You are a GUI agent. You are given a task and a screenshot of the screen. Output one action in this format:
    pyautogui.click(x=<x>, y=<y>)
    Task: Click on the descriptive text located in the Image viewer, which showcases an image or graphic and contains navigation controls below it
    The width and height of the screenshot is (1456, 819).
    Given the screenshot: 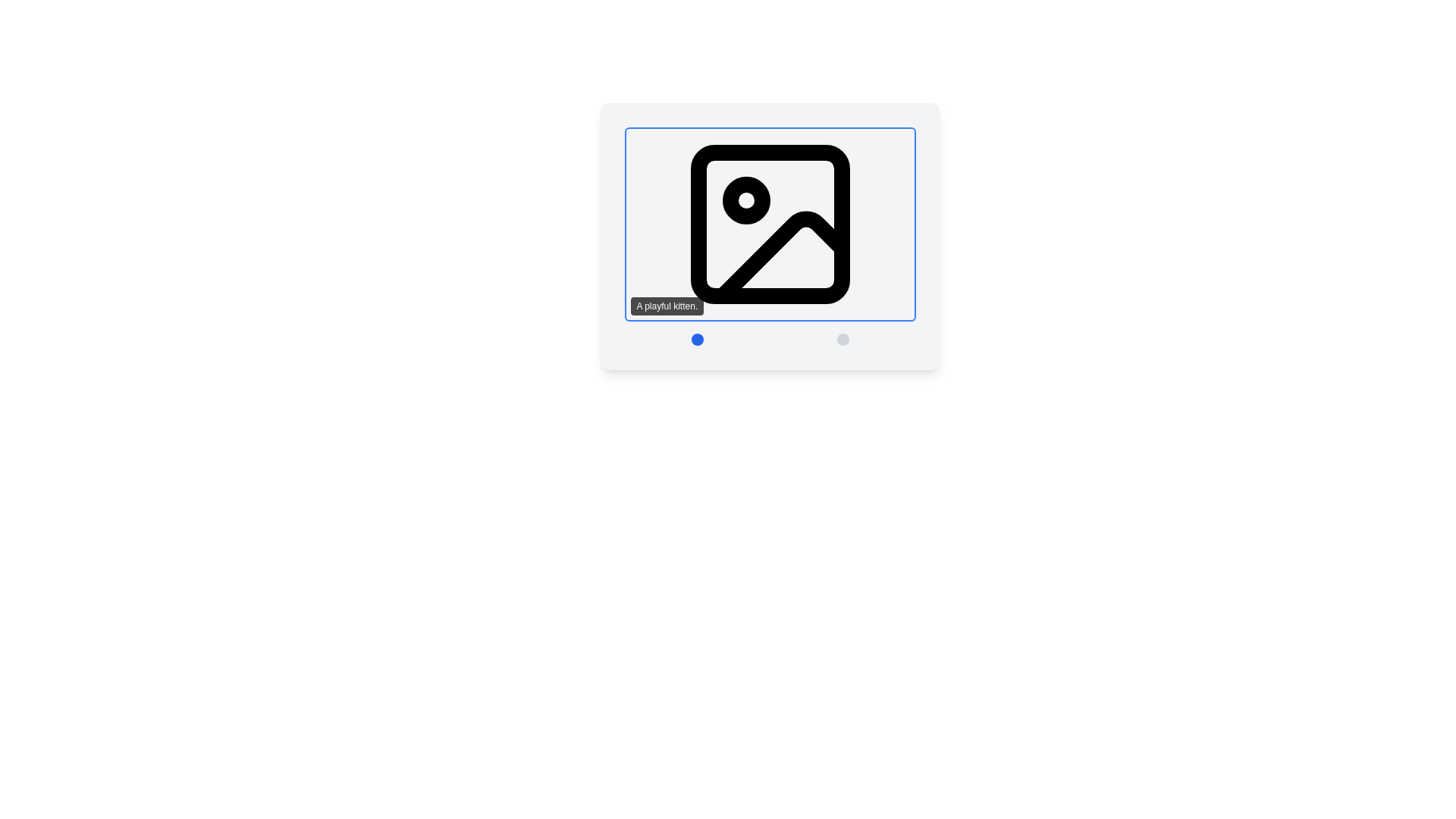 What is the action you would take?
    pyautogui.click(x=770, y=237)
    